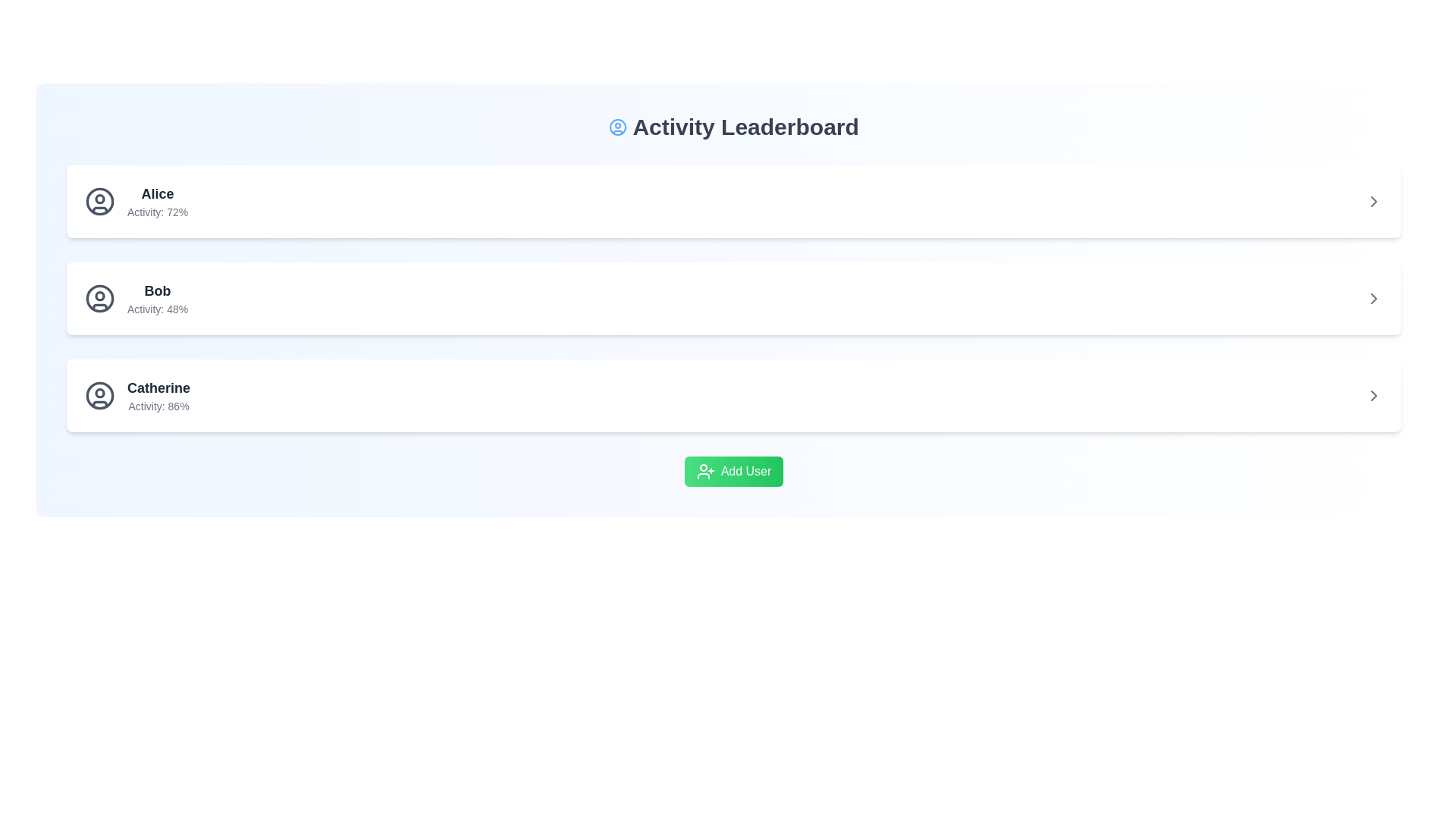 This screenshot has height=819, width=1456. Describe the element at coordinates (99, 295) in the screenshot. I see `the appearance of the circular graphical element representing the user icon for 'Bob', located within the second item of a vertical list of users` at that location.